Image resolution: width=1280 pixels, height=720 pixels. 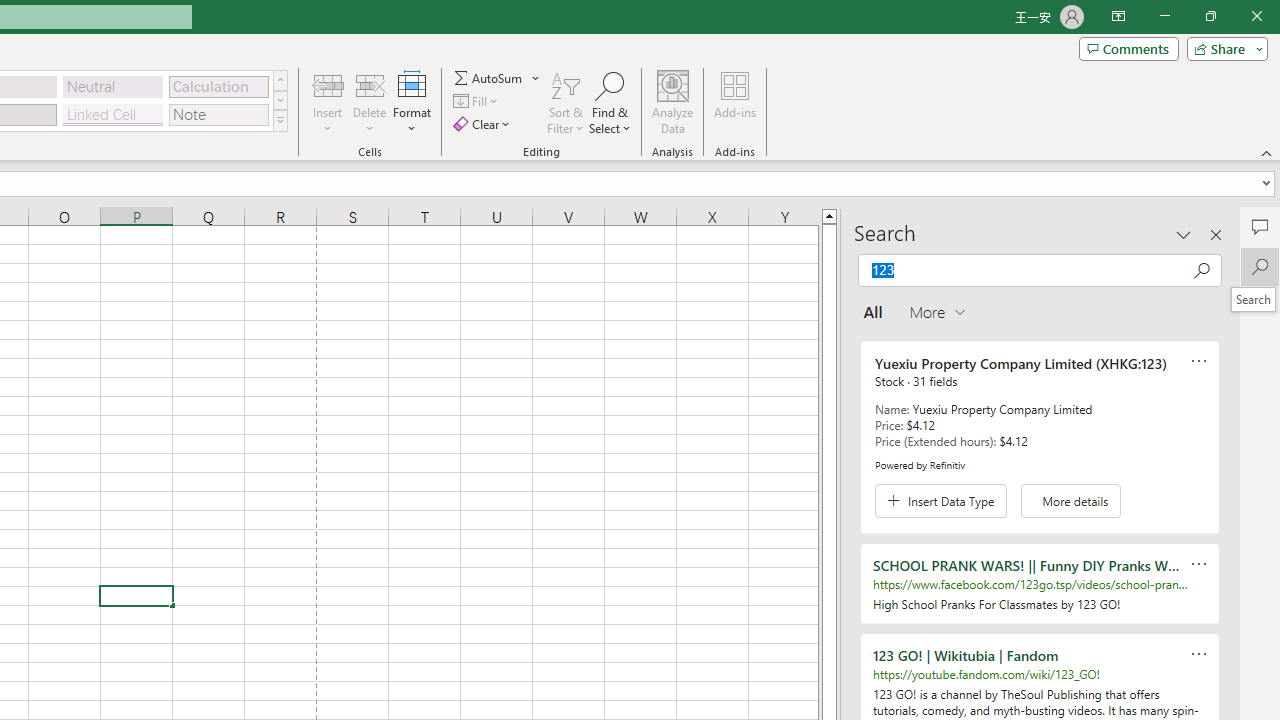 I want to click on 'Format', so click(x=411, y=103).